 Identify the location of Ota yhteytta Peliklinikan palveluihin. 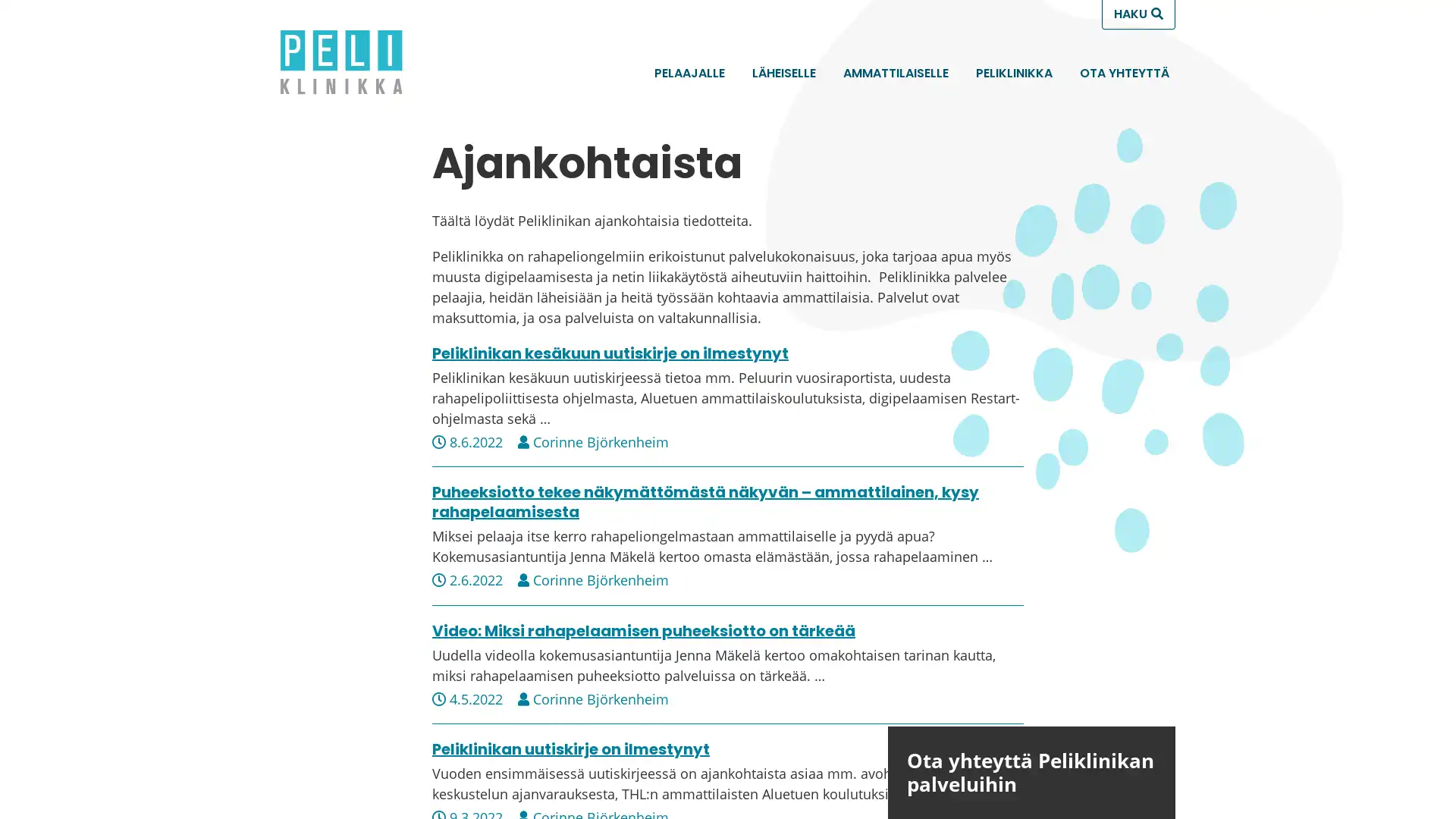
(1031, 772).